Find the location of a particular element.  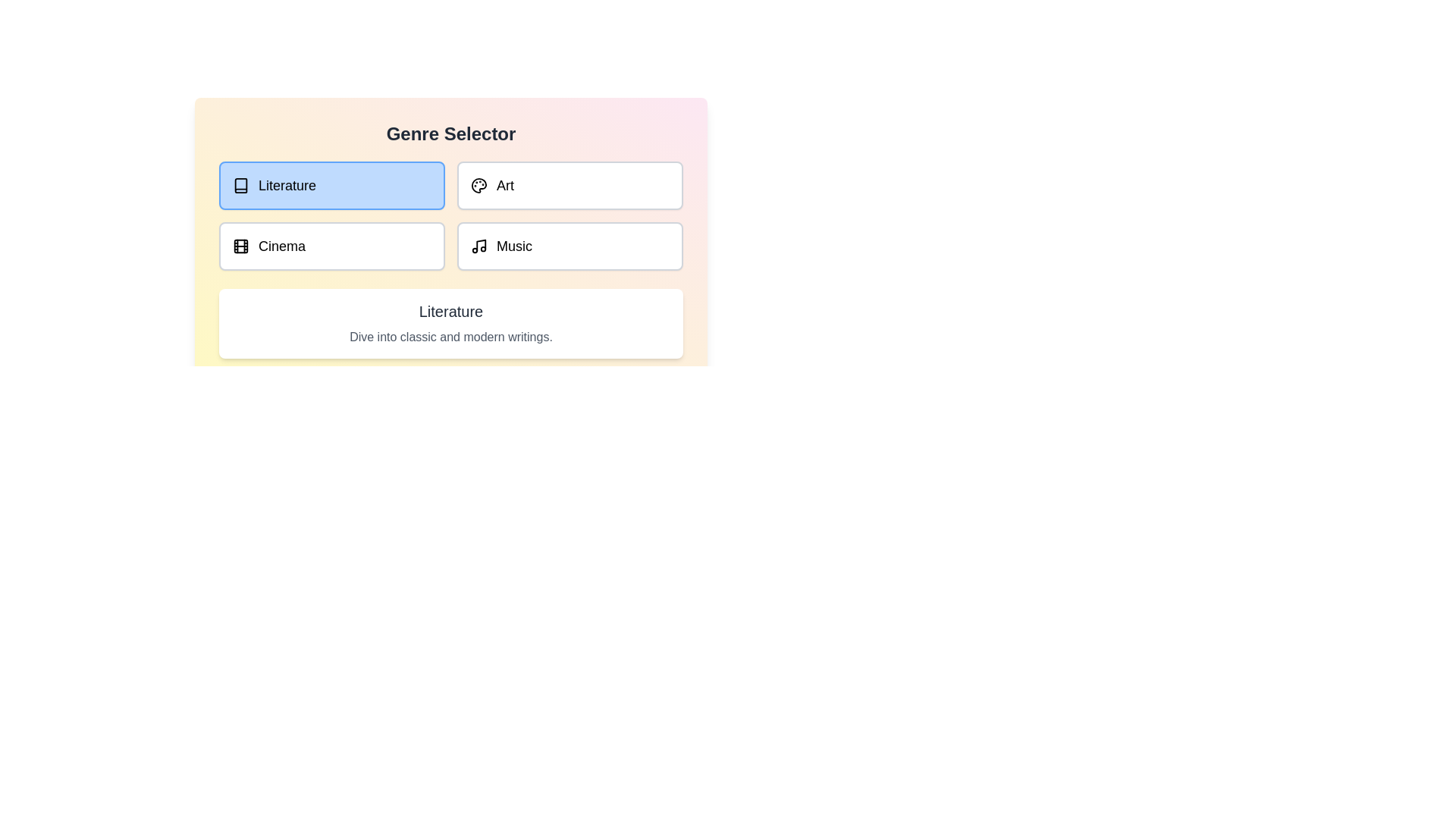

the 'Music' label text element is located at coordinates (514, 245).